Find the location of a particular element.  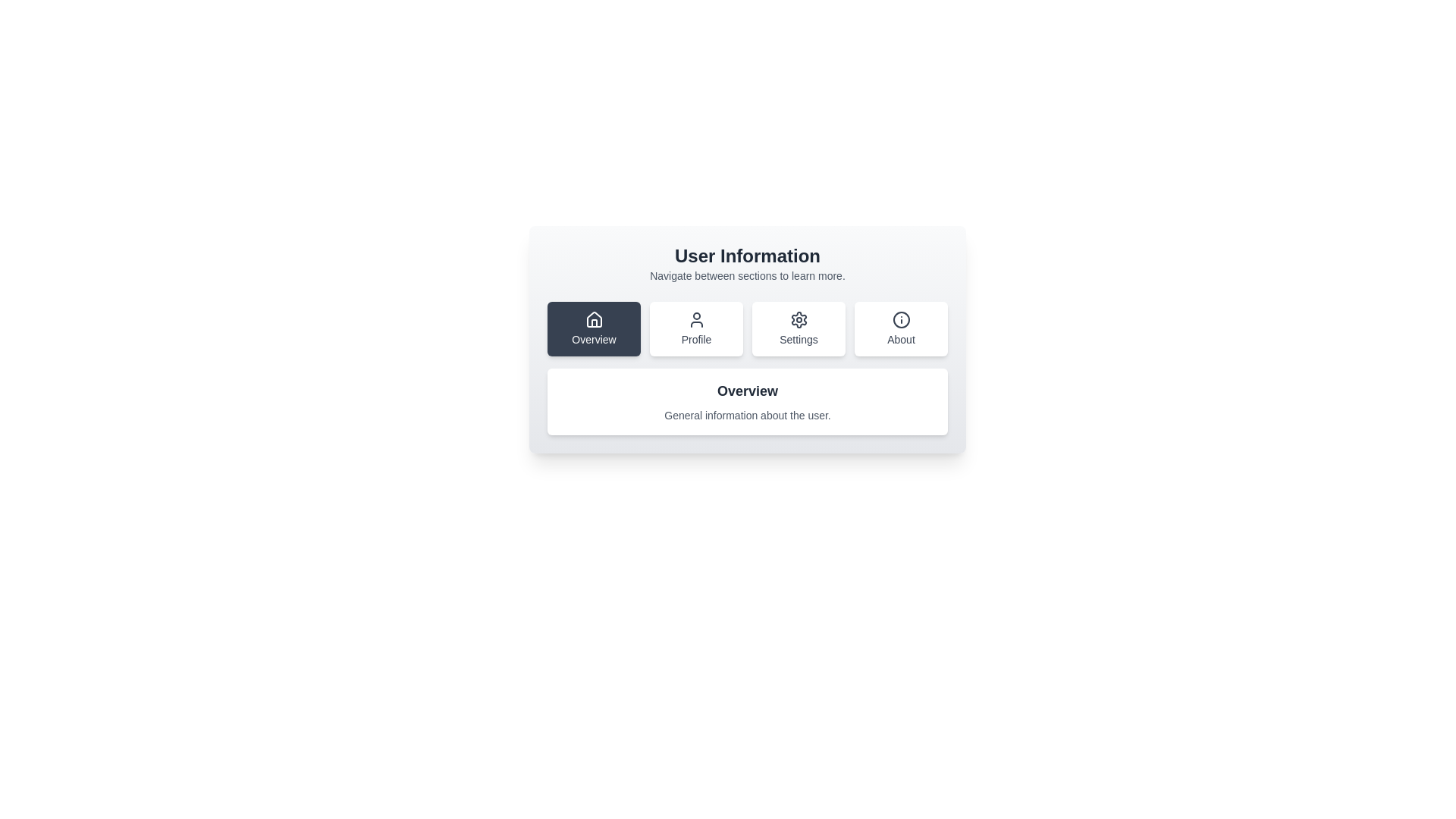

the 'Overview' button located in the navigation menu, identified by its home icon is located at coordinates (593, 318).